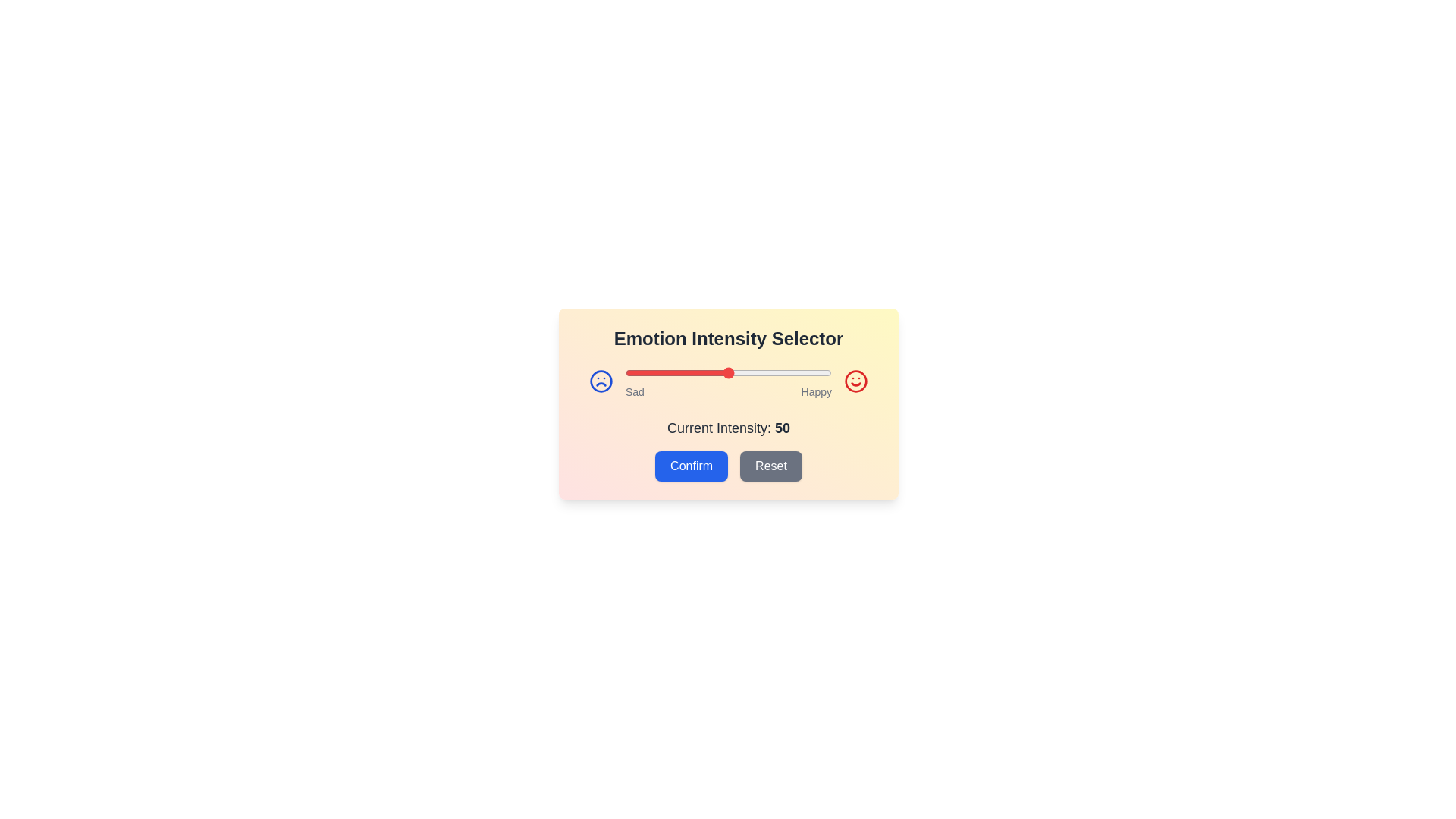 This screenshot has height=819, width=1456. What do you see at coordinates (855, 380) in the screenshot?
I see `the Happy Icon element to observe visual feedback` at bounding box center [855, 380].